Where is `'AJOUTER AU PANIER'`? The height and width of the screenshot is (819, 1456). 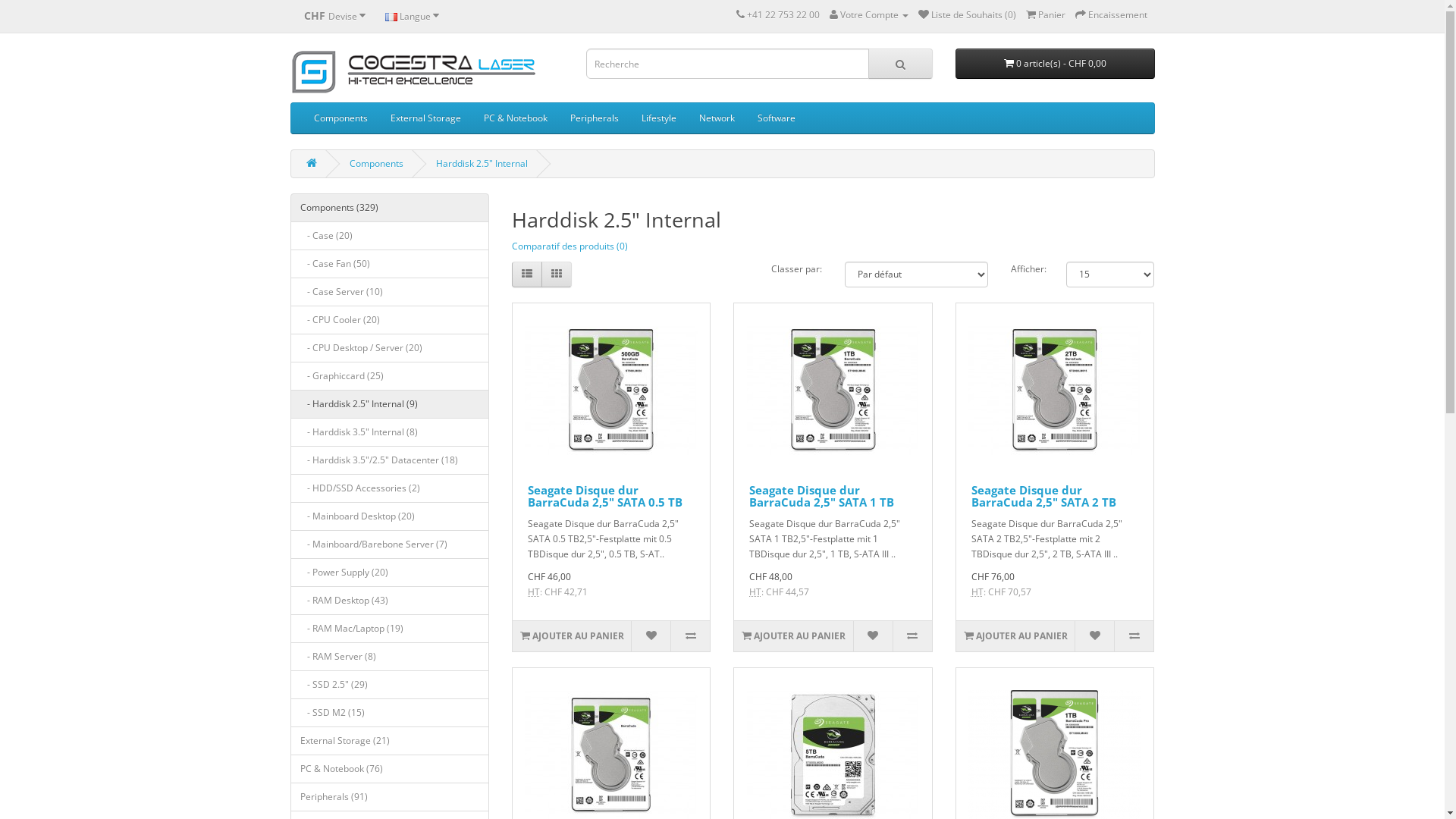
'AJOUTER AU PANIER' is located at coordinates (734, 636).